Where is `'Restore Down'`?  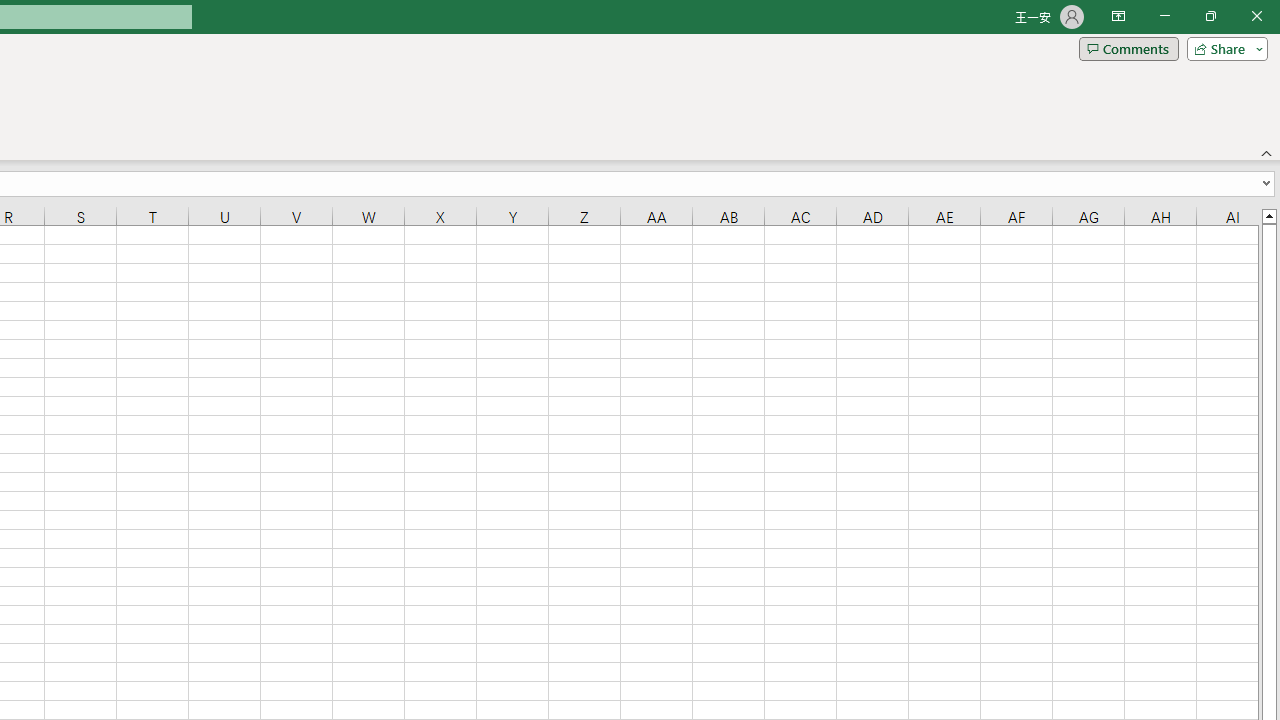 'Restore Down' is located at coordinates (1209, 16).